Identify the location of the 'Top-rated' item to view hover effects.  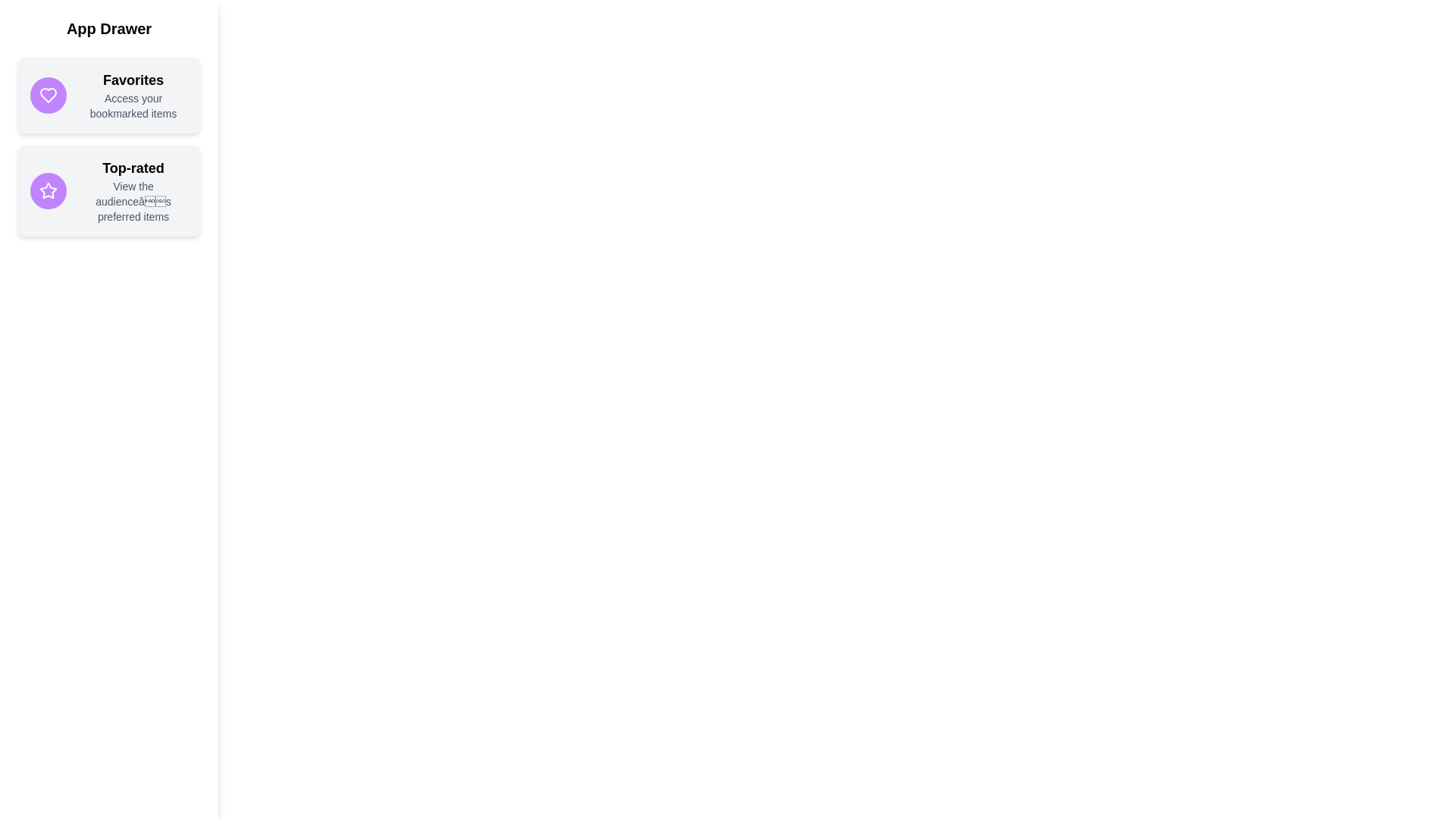
(108, 190).